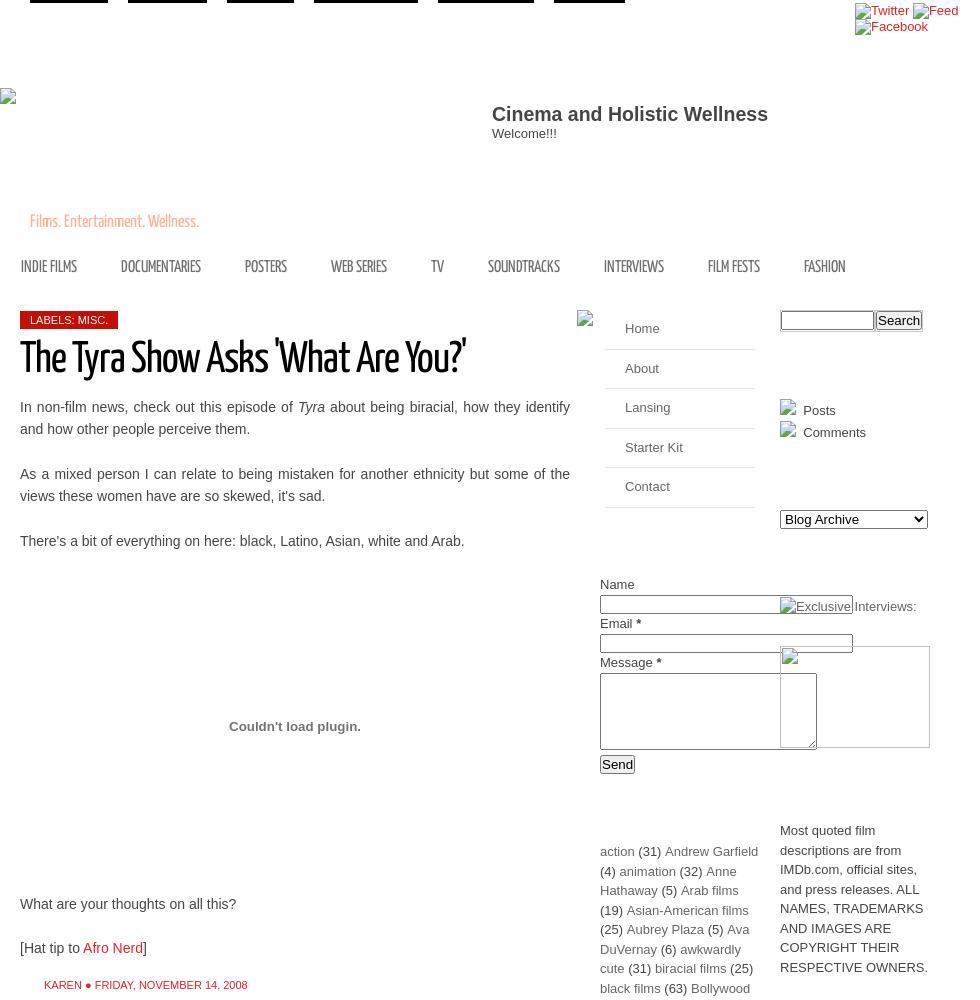 The width and height of the screenshot is (980, 1000). I want to click on 'Welcome!!!', so click(491, 133).